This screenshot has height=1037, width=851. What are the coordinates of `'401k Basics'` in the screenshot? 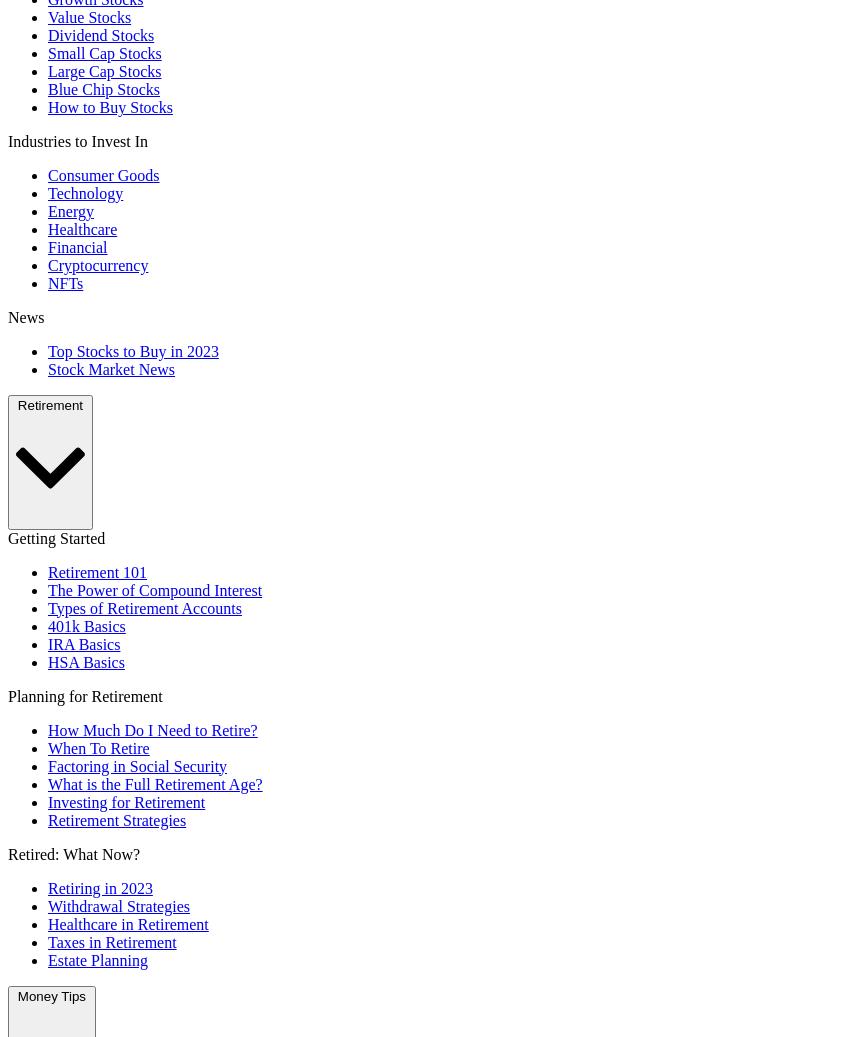 It's located at (85, 625).